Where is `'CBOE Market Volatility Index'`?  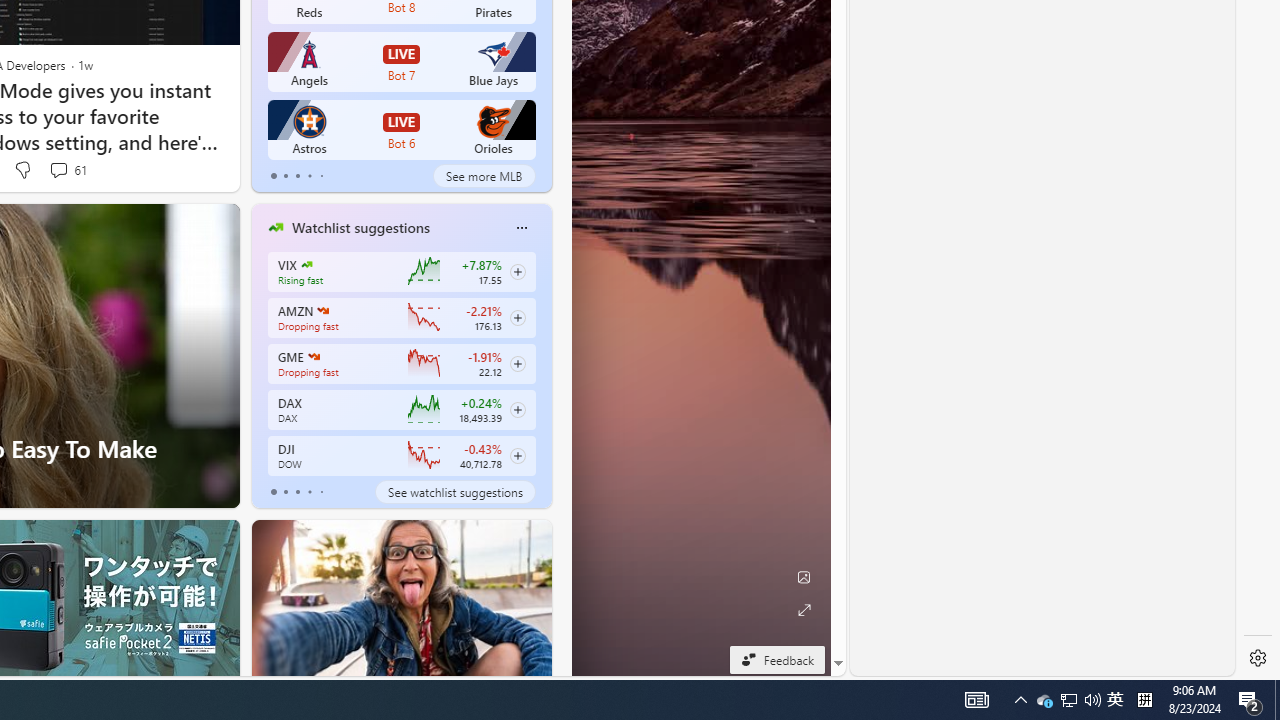 'CBOE Market Volatility Index' is located at coordinates (305, 263).